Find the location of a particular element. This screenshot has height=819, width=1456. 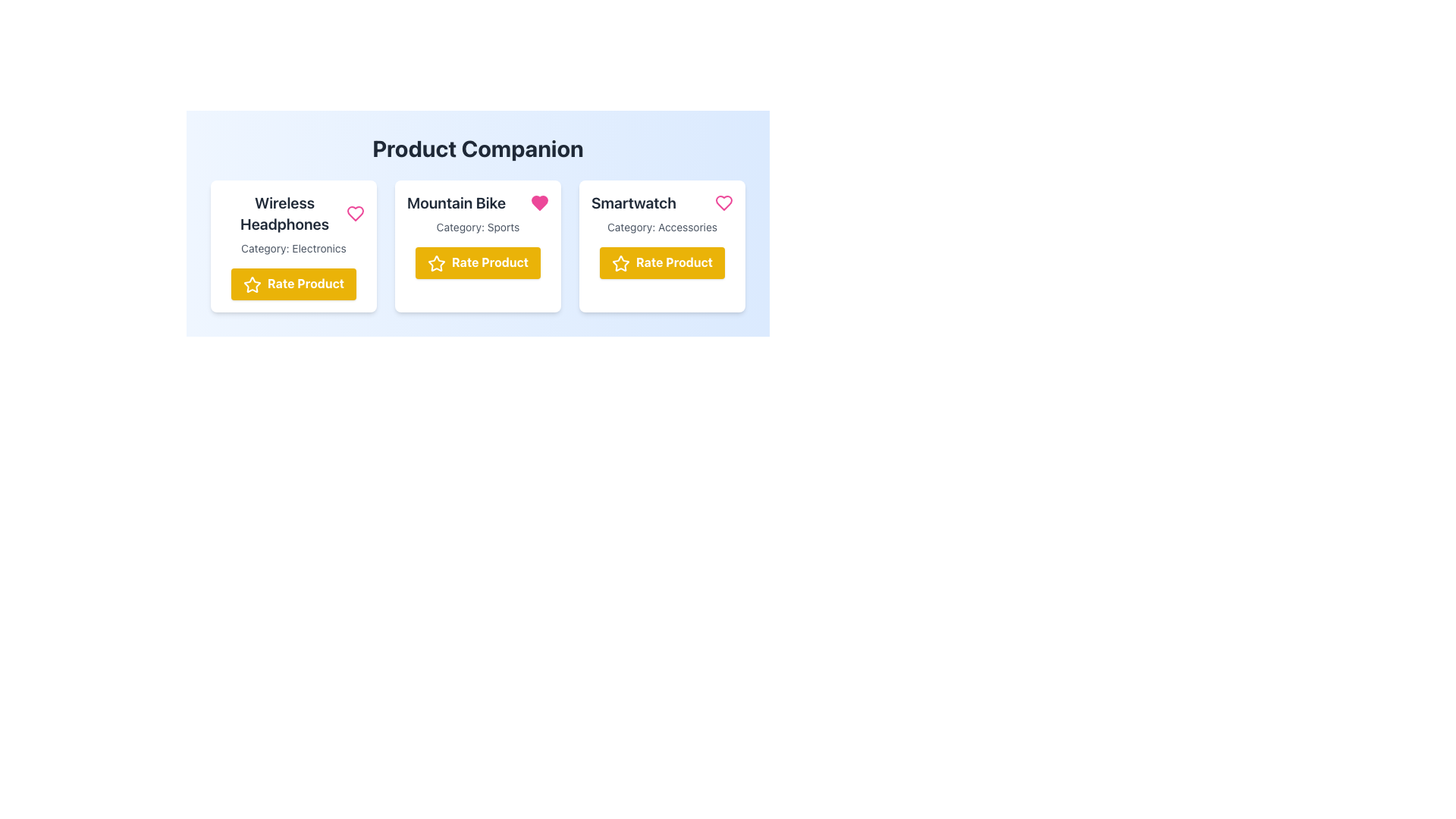

the text label displaying 'Category: Accessories', which is located below the title 'Smartwatch' within the card is located at coordinates (662, 227).